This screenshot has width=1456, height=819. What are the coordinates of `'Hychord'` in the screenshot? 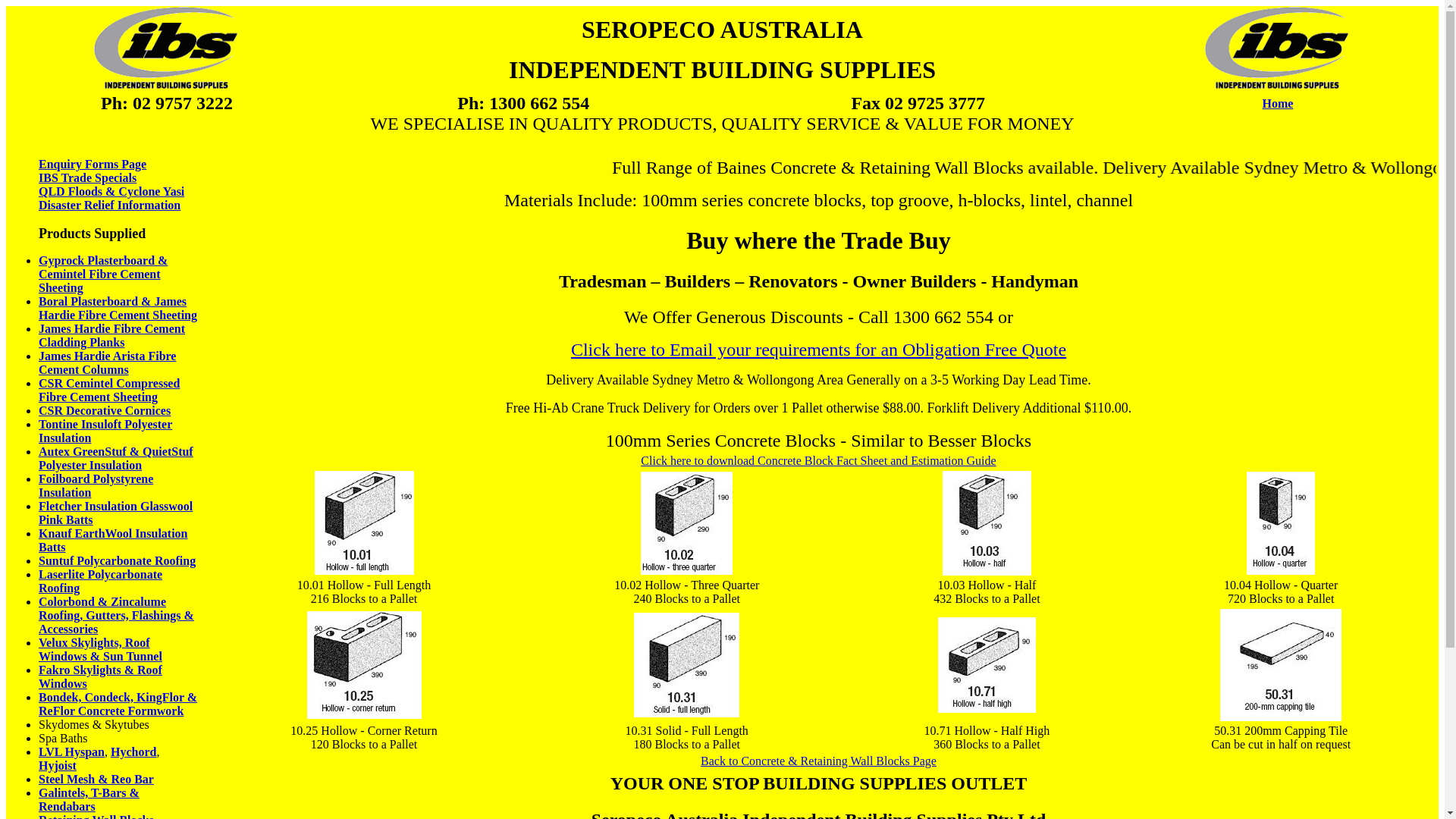 It's located at (133, 752).